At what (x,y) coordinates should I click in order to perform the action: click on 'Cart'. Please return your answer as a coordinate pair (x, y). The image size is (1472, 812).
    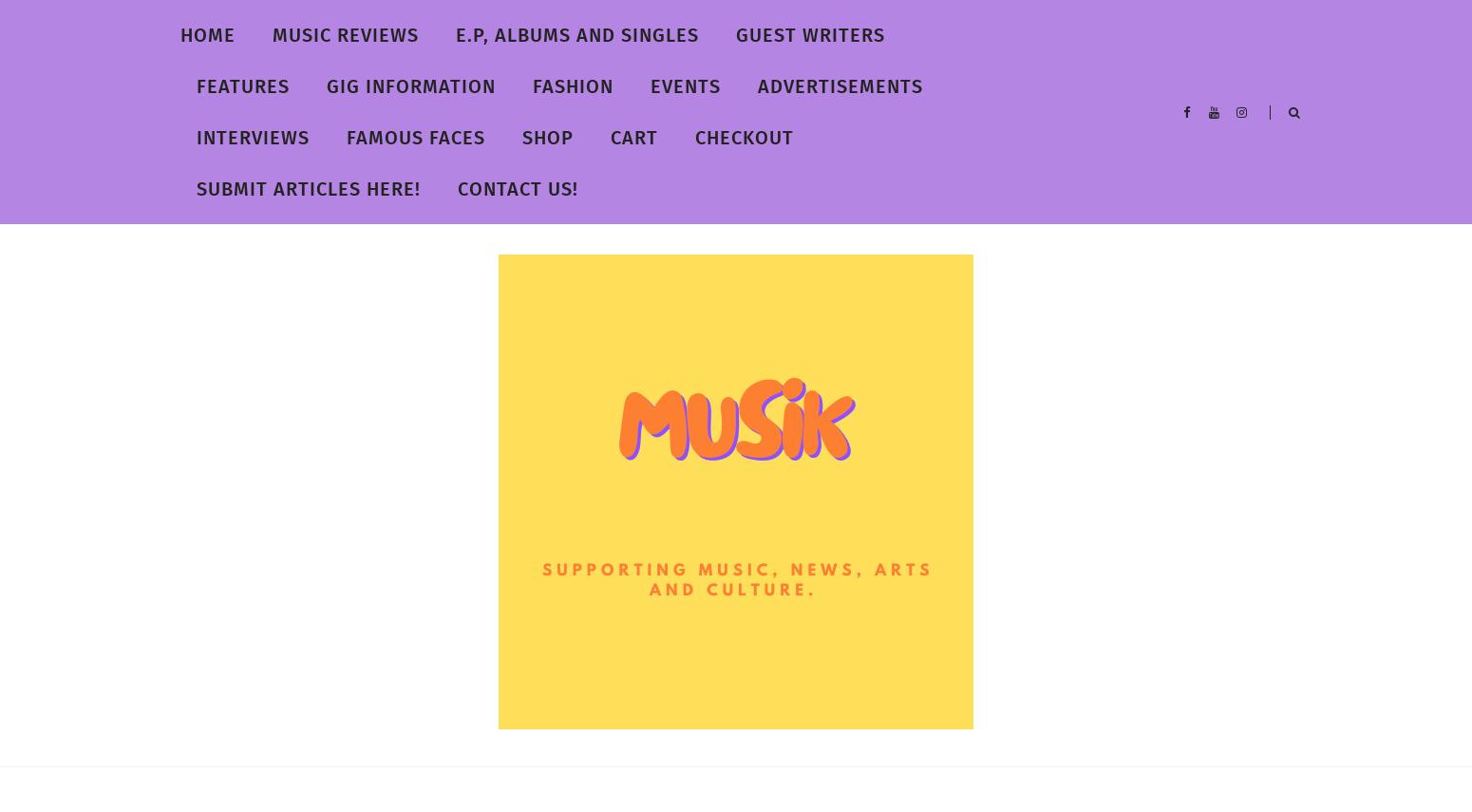
    Looking at the image, I should click on (633, 138).